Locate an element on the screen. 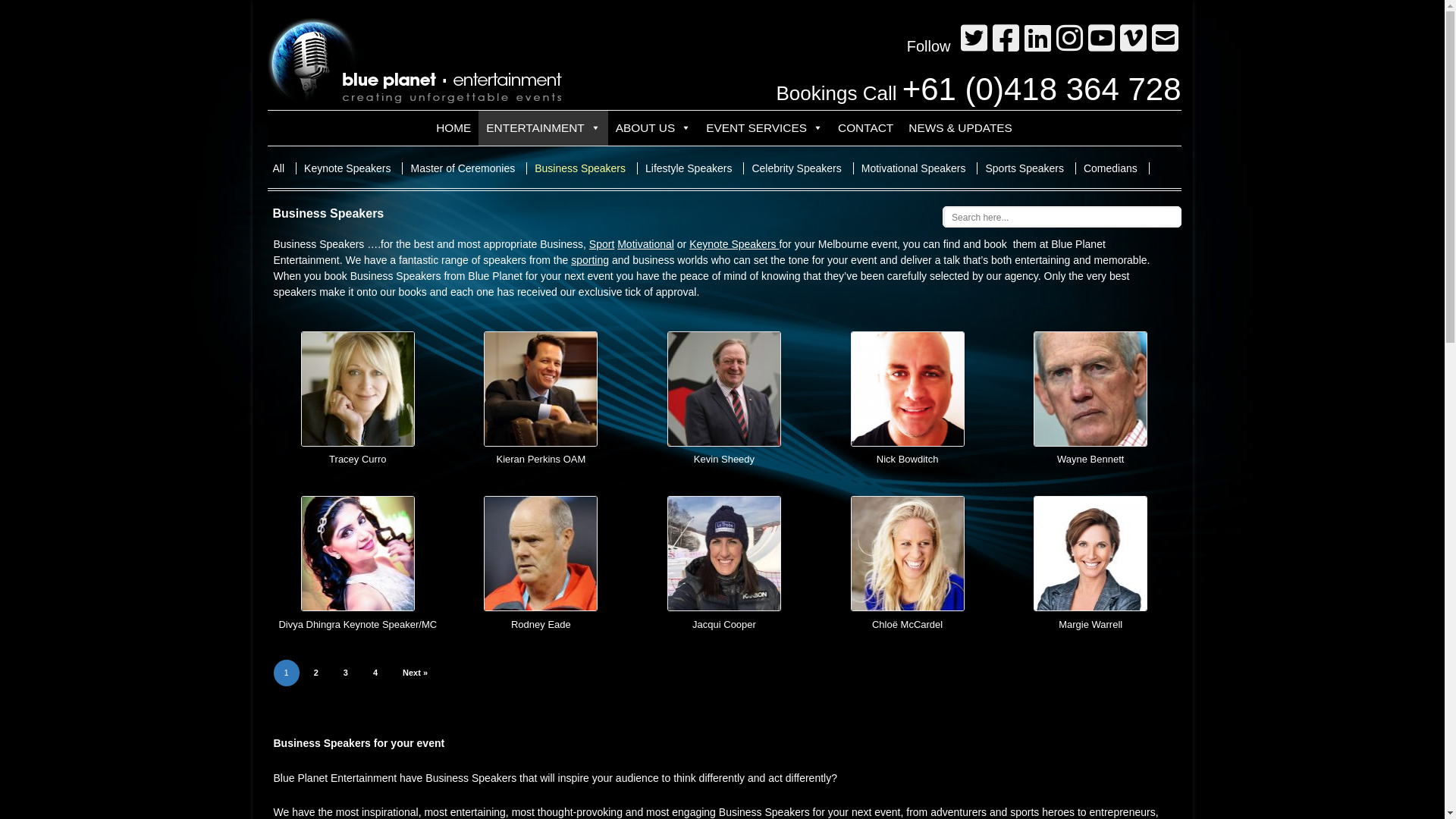 This screenshot has width=1456, height=819. 'Celebrity Speakers' is located at coordinates (801, 168).